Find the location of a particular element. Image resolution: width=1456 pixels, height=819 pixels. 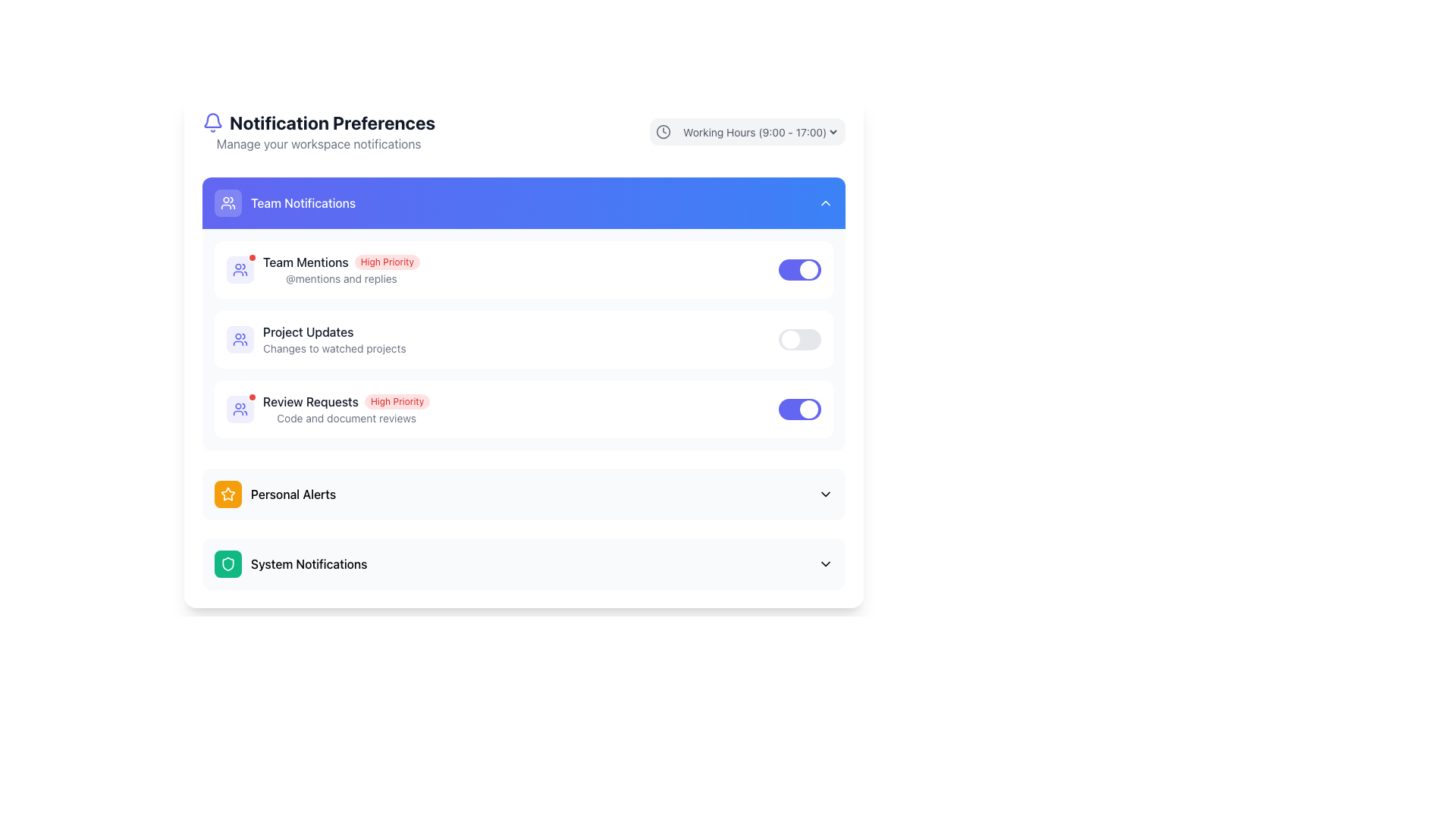

the static text display that shows 'Code and document reviews', located below the 'Review Requests' title and 'High Priority' badge in the notifications list is located at coordinates (346, 418).